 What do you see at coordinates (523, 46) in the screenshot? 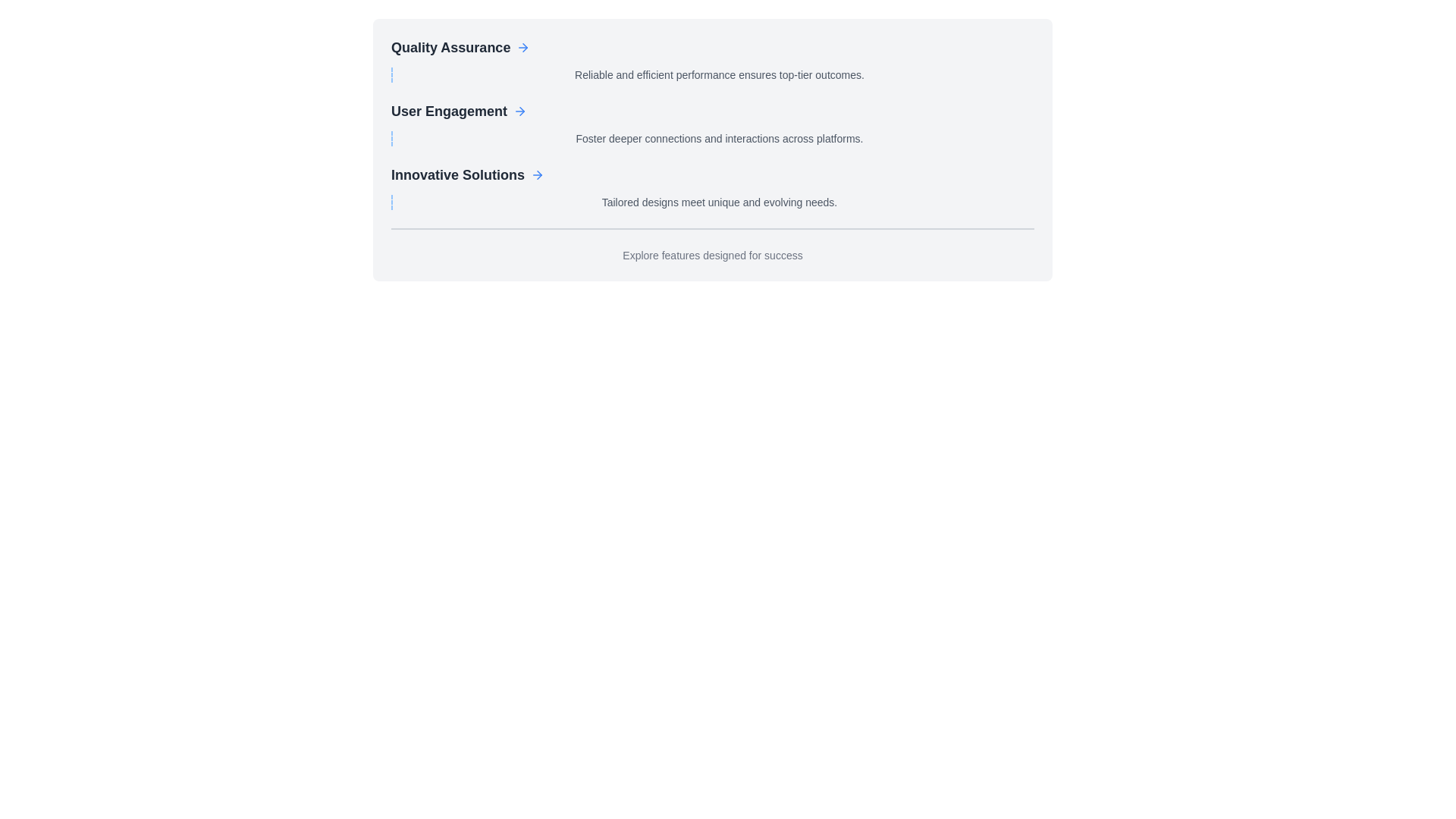
I see `the navigation icon located to the right of the 'Quality Assurance' text label in the topmost row of the vertically-stacked list` at bounding box center [523, 46].